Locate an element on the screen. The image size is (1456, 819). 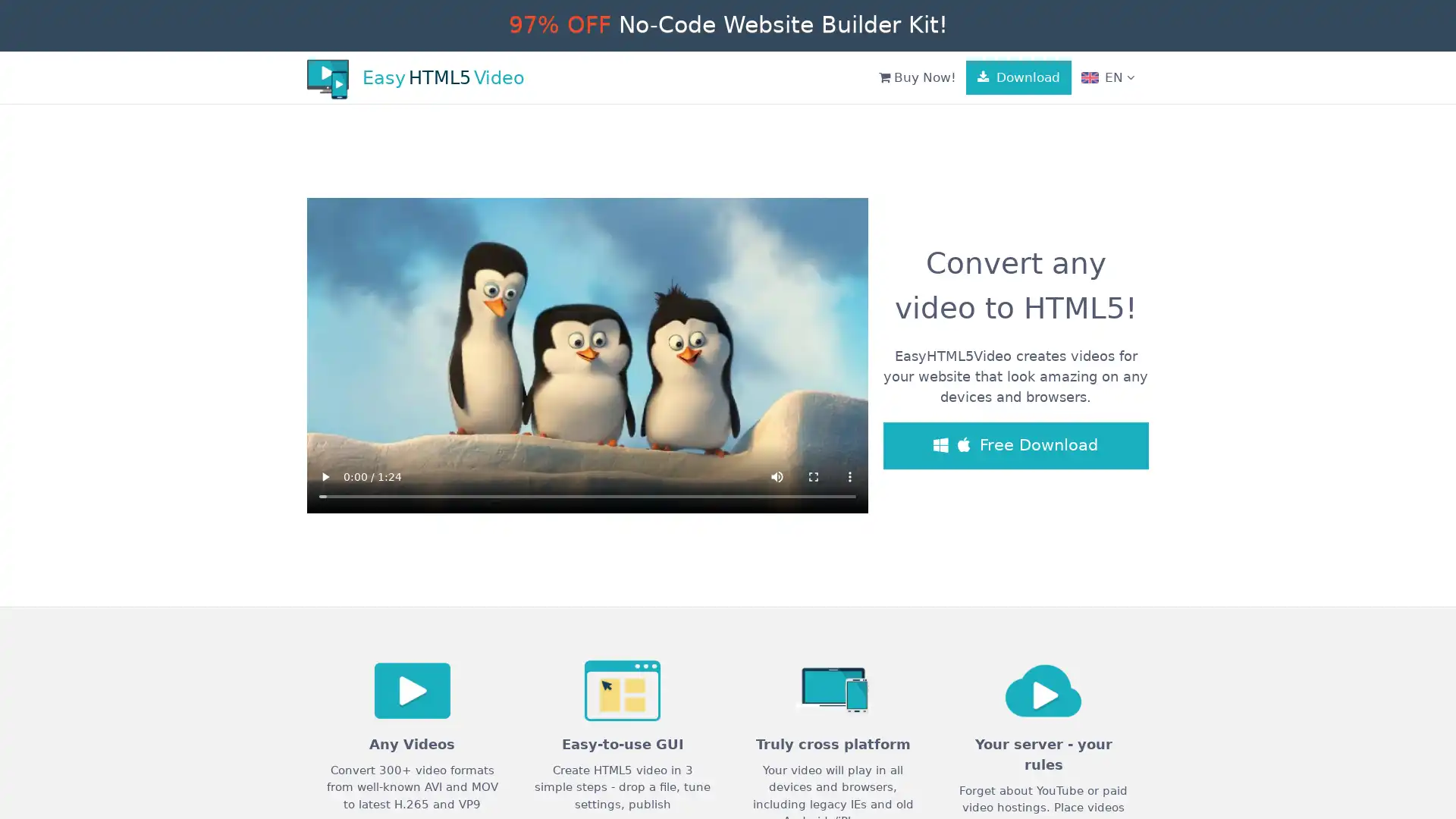
show more media controls is located at coordinates (850, 475).